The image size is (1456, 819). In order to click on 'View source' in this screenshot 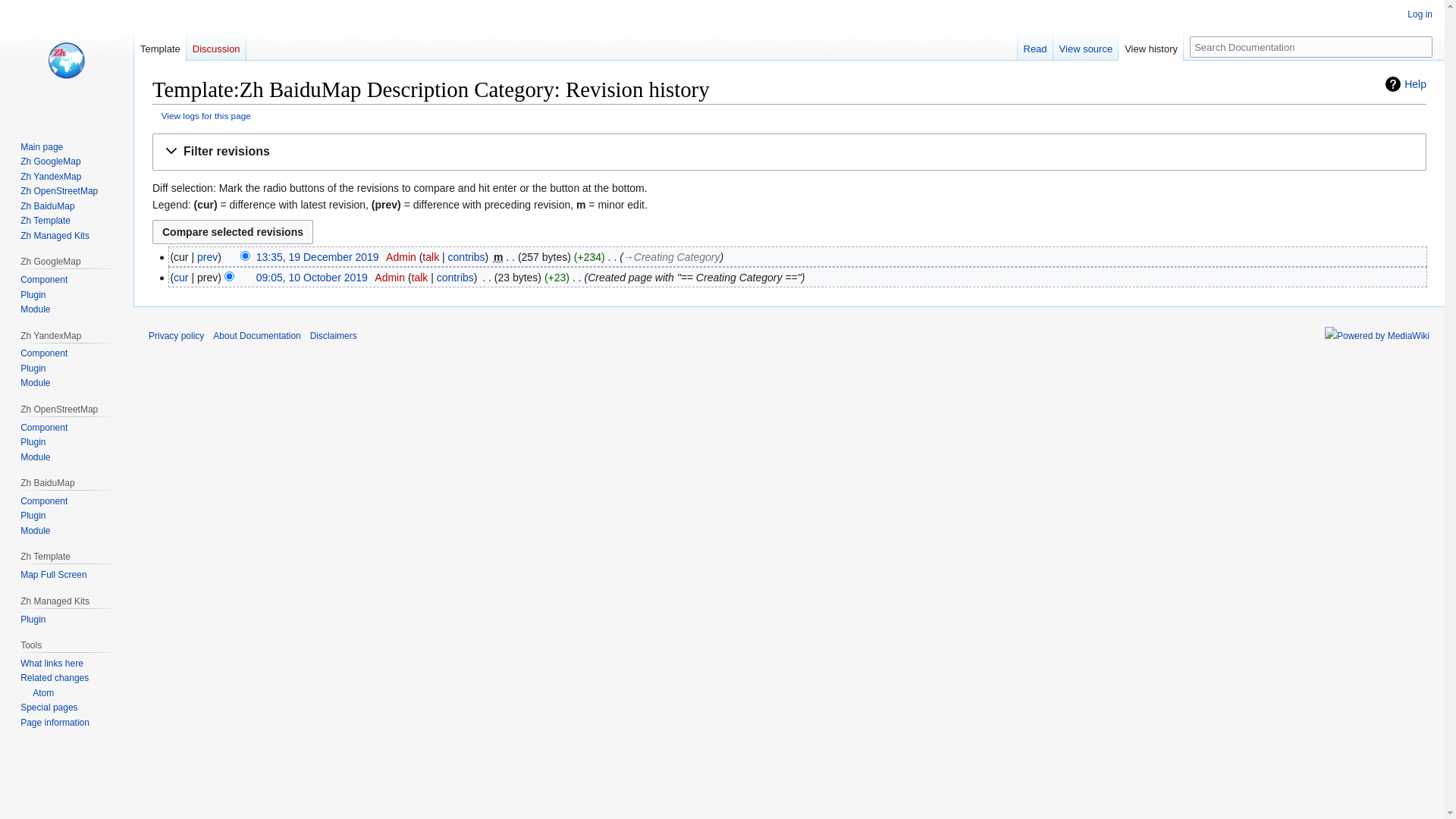, I will do `click(1085, 45)`.